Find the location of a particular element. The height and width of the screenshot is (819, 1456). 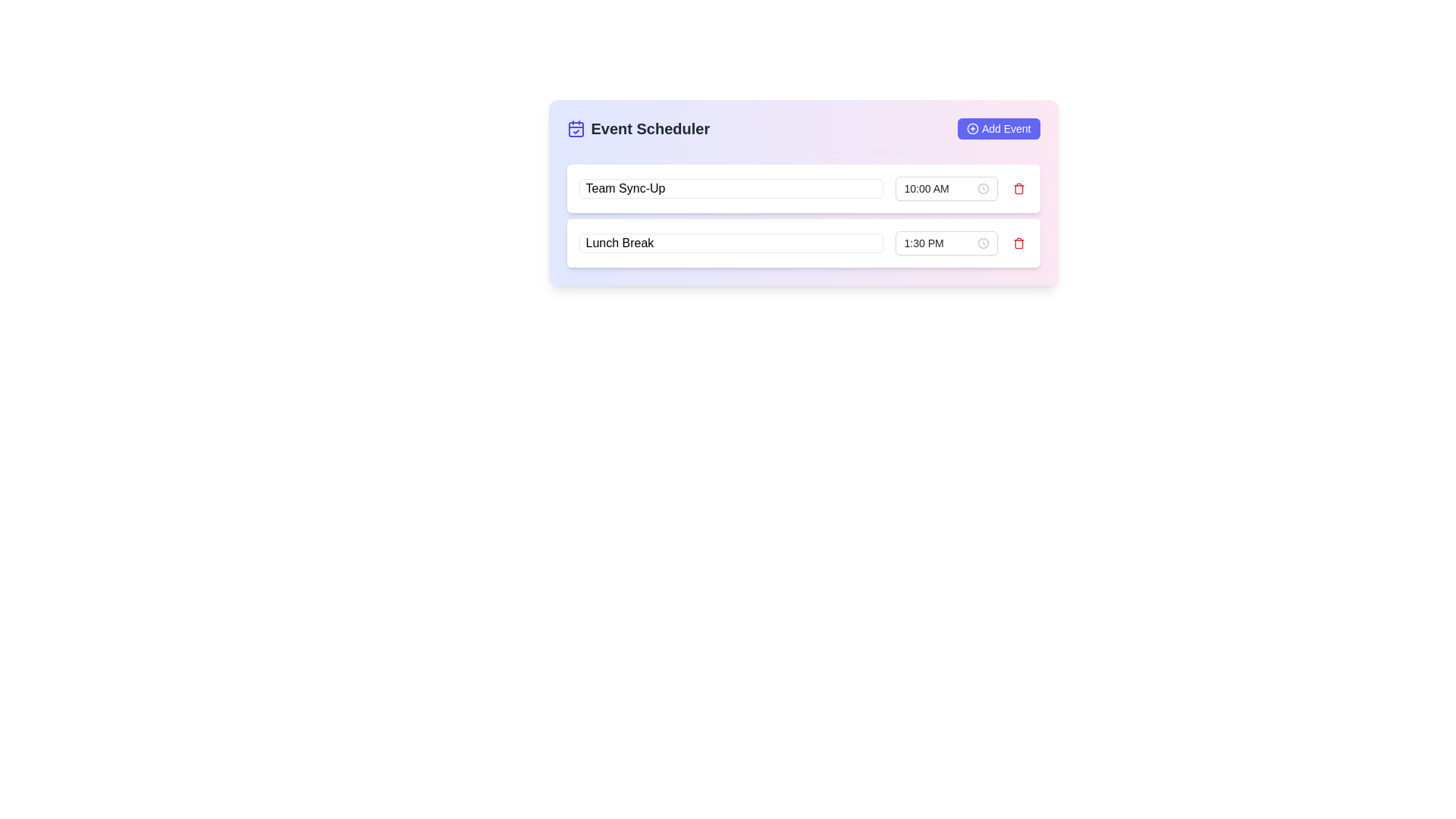

the Time picker input field for the 'Lunch Break' event is located at coordinates (946, 242).